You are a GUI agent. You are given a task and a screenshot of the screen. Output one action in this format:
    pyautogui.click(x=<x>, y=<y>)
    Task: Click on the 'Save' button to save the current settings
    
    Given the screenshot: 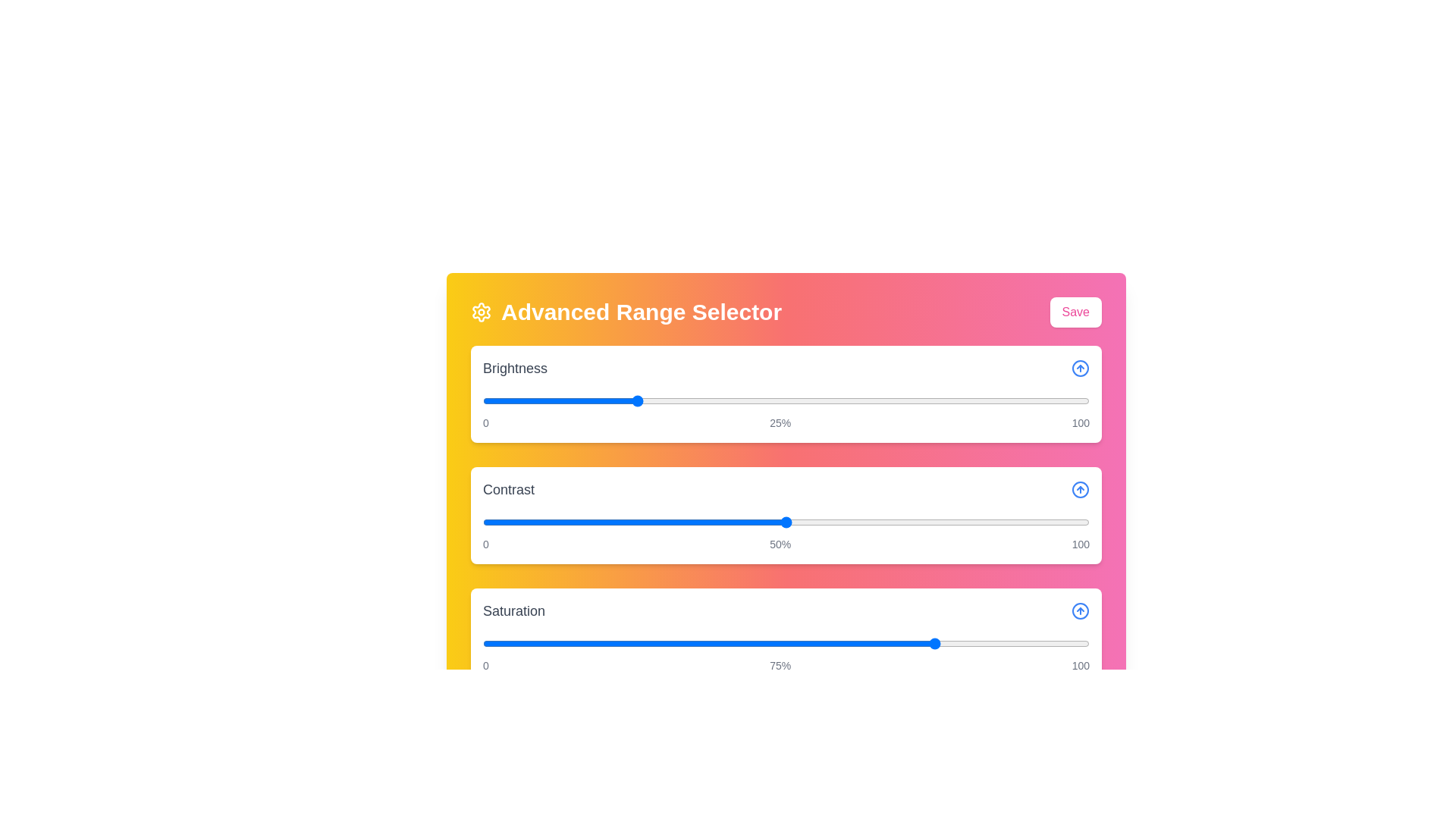 What is the action you would take?
    pyautogui.click(x=1074, y=312)
    